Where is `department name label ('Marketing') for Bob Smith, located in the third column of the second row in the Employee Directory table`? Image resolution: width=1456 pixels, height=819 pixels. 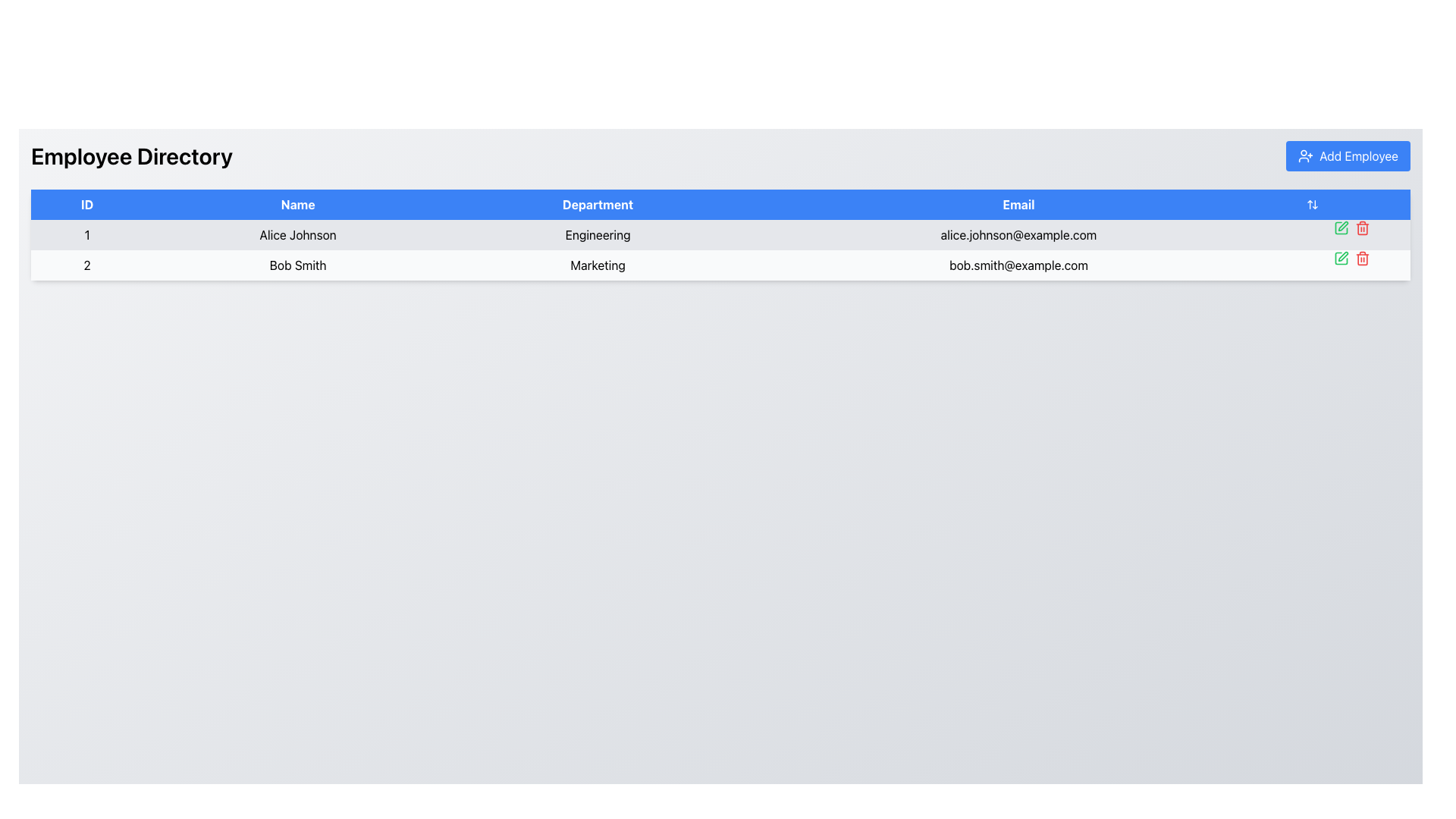 department name label ('Marketing') for Bob Smith, located in the third column of the second row in the Employee Directory table is located at coordinates (597, 265).